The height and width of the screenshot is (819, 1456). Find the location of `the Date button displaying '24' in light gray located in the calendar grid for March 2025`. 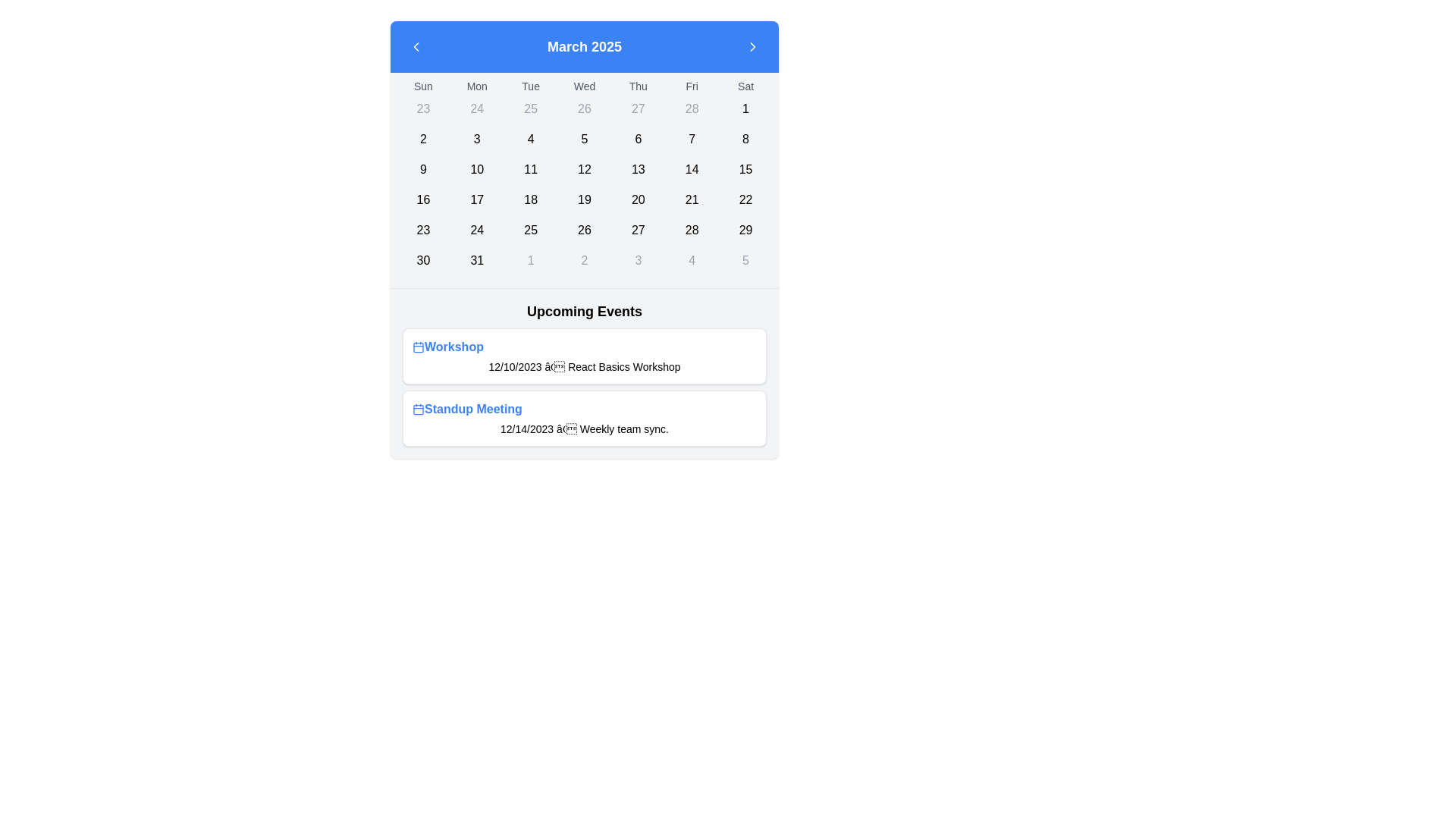

the Date button displaying '24' in light gray located in the calendar grid for March 2025 is located at coordinates (476, 108).